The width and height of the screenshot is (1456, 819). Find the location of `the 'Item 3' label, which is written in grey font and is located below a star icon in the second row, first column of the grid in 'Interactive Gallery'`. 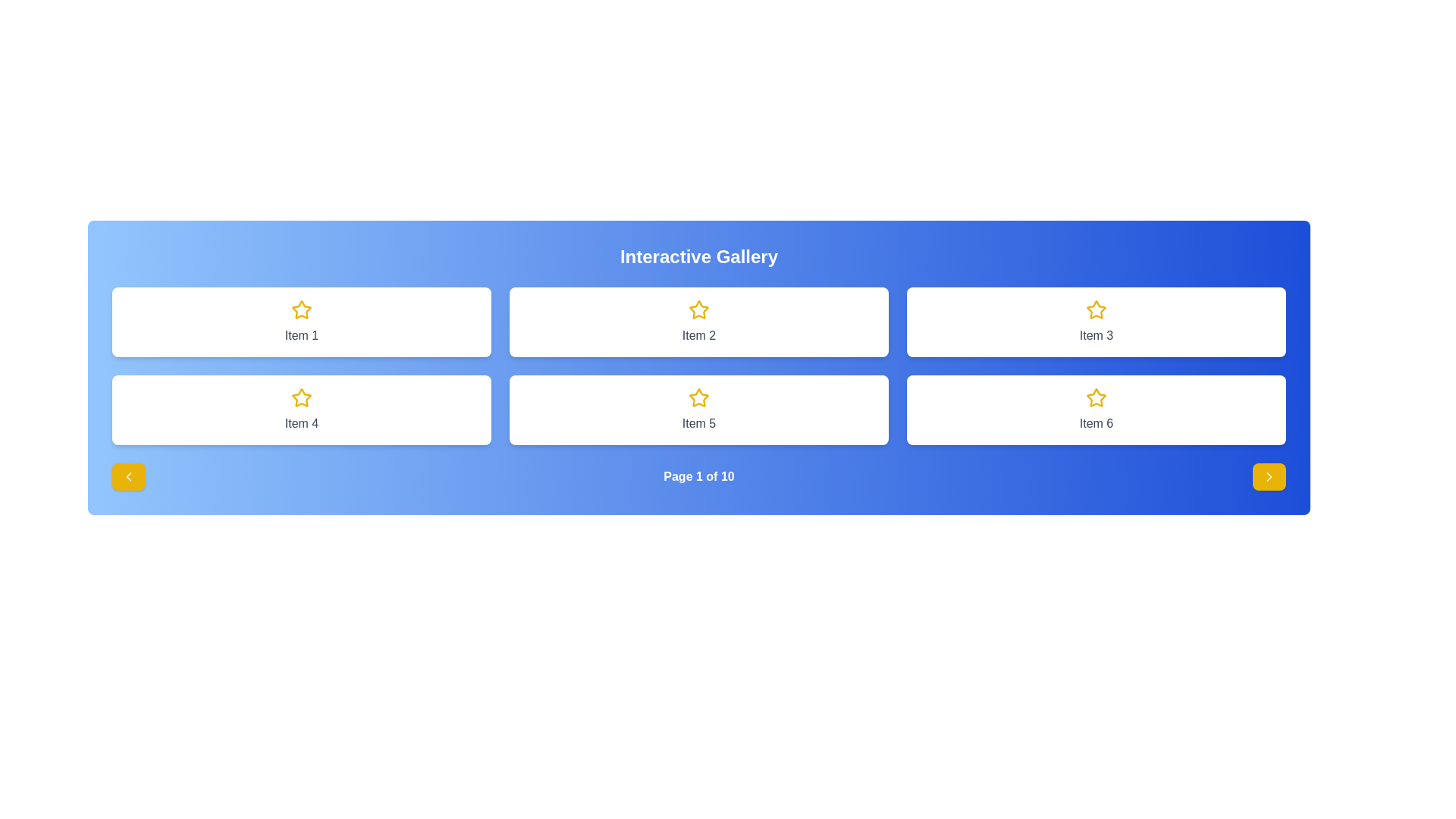

the 'Item 3' label, which is written in grey font and is located below a star icon in the second row, first column of the grid in 'Interactive Gallery' is located at coordinates (1096, 335).